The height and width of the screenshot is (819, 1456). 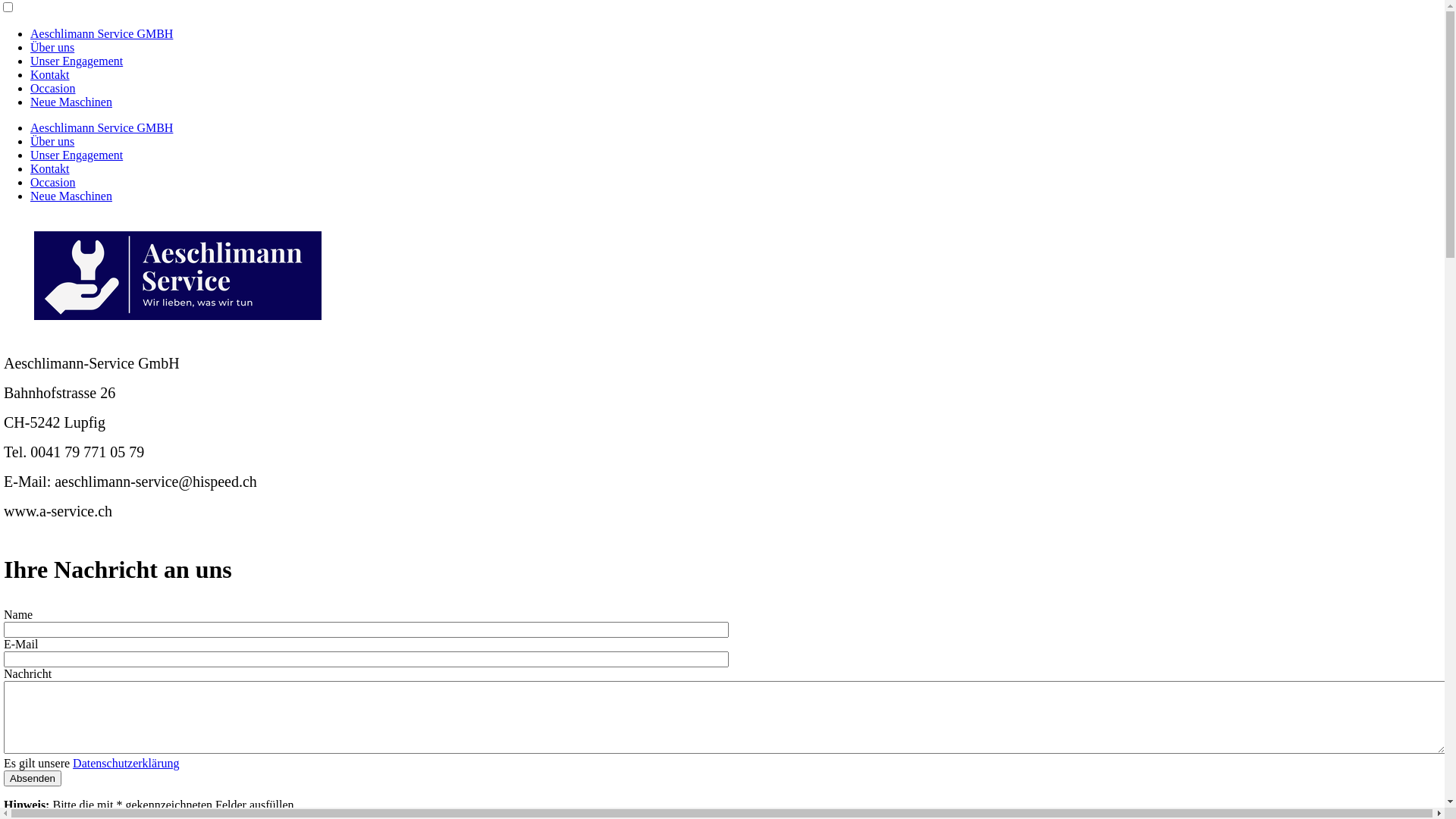 I want to click on 'Occasion', so click(x=53, y=88).